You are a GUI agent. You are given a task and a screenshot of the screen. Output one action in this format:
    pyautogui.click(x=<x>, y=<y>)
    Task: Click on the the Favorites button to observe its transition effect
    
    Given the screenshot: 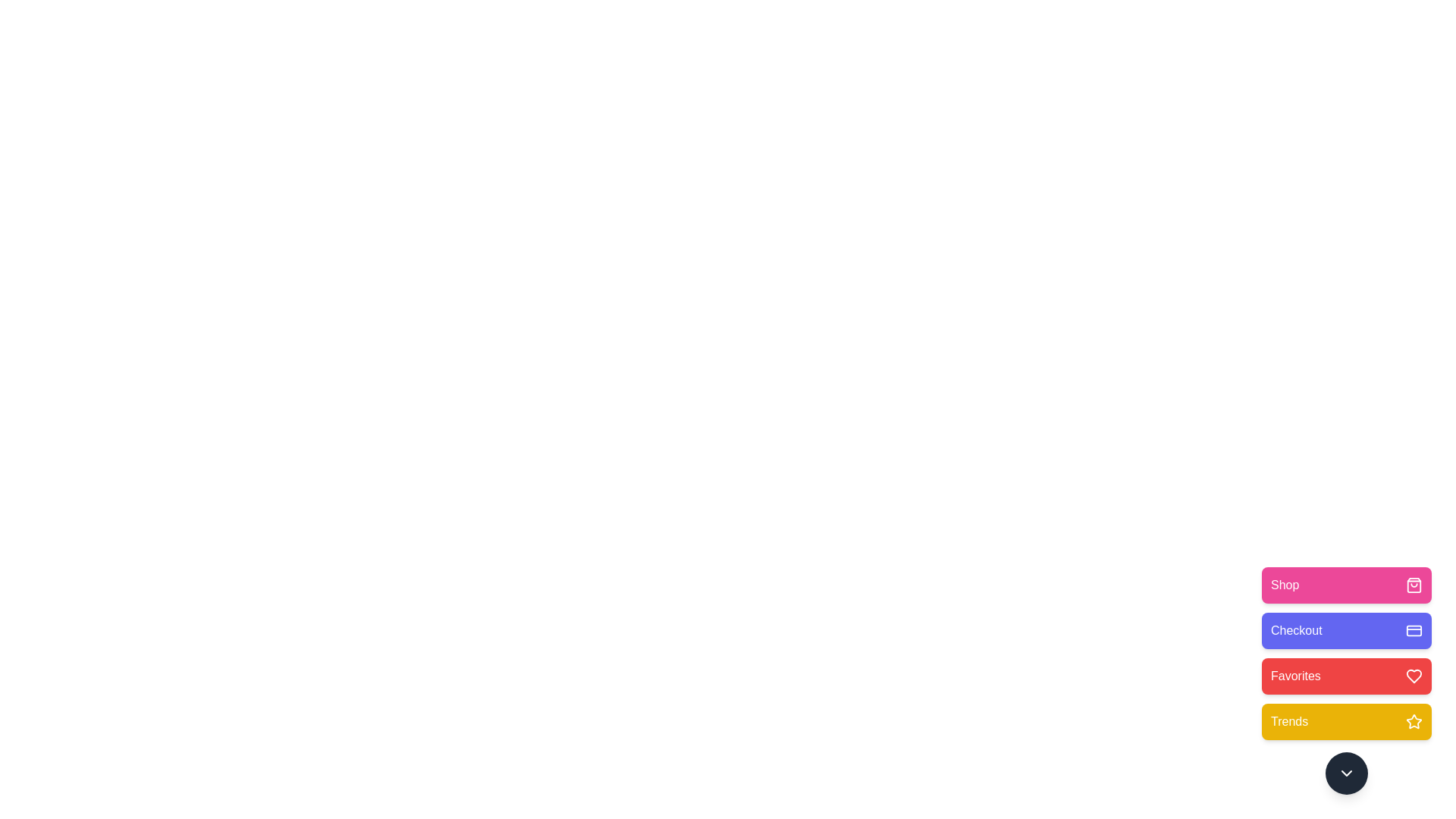 What is the action you would take?
    pyautogui.click(x=1347, y=675)
    